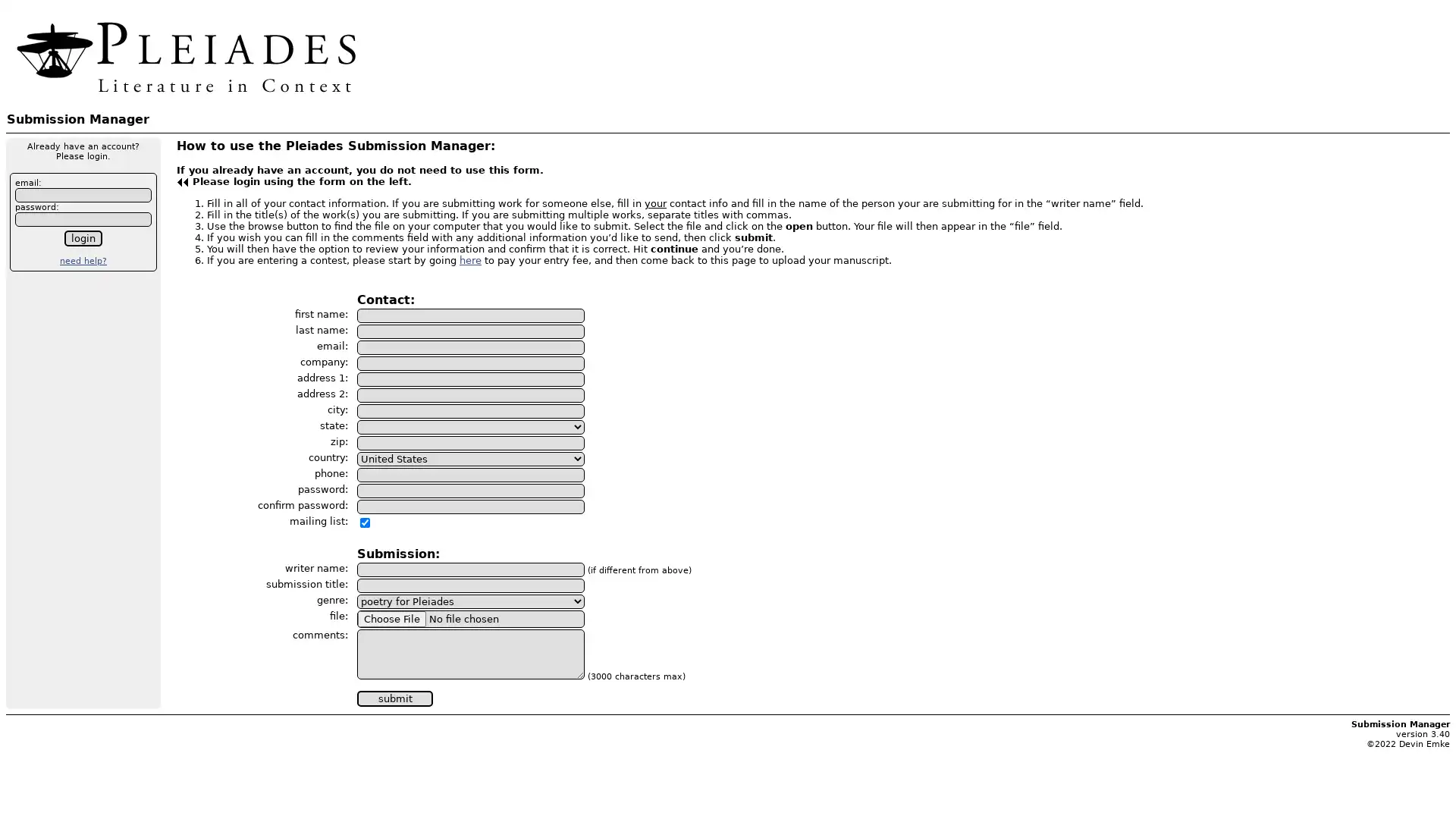 The image size is (1456, 819). Describe the element at coordinates (469, 618) in the screenshot. I see `file:` at that location.